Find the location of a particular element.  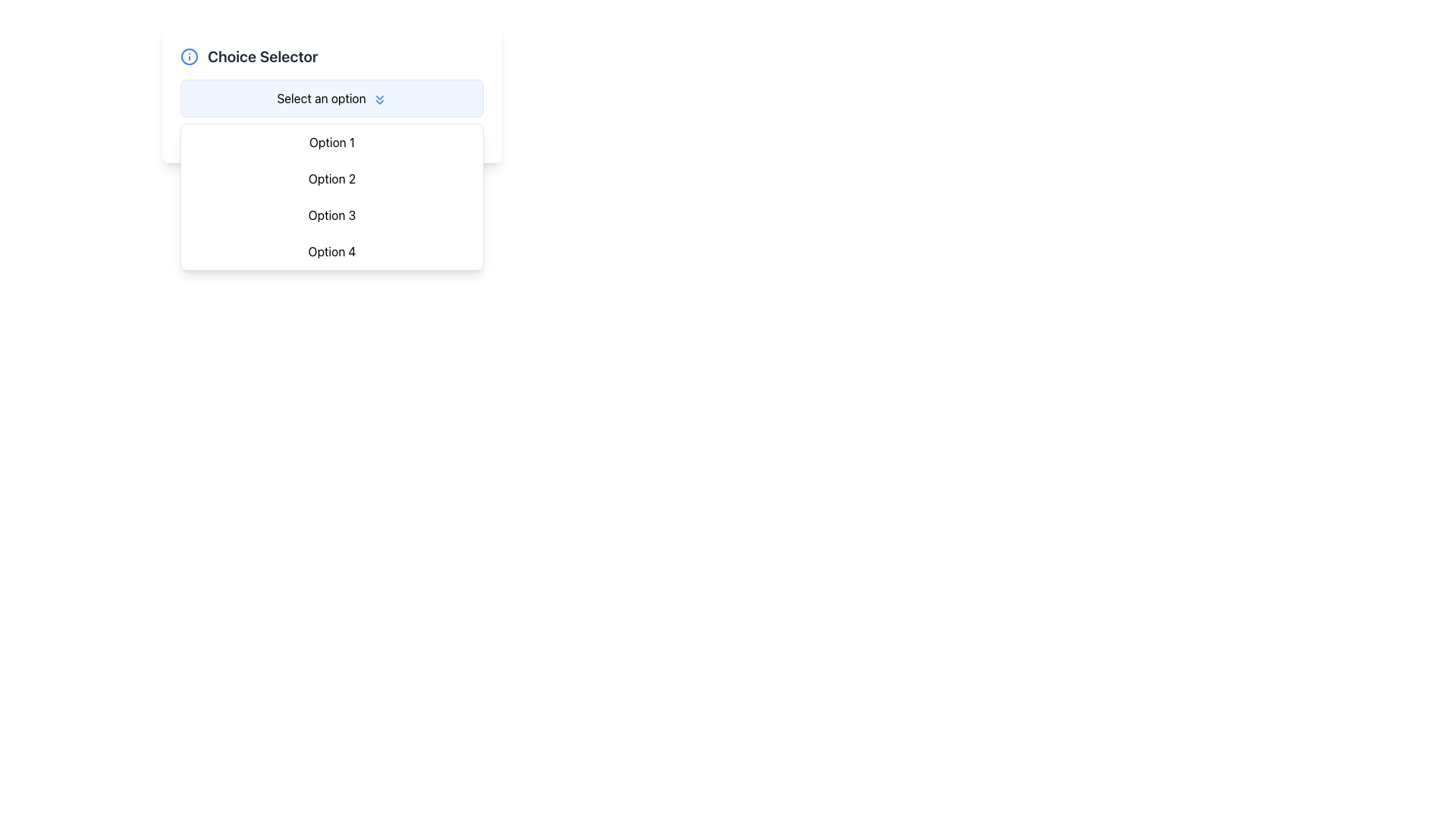

the selectable list item labeled 'Option 2' is located at coordinates (331, 177).